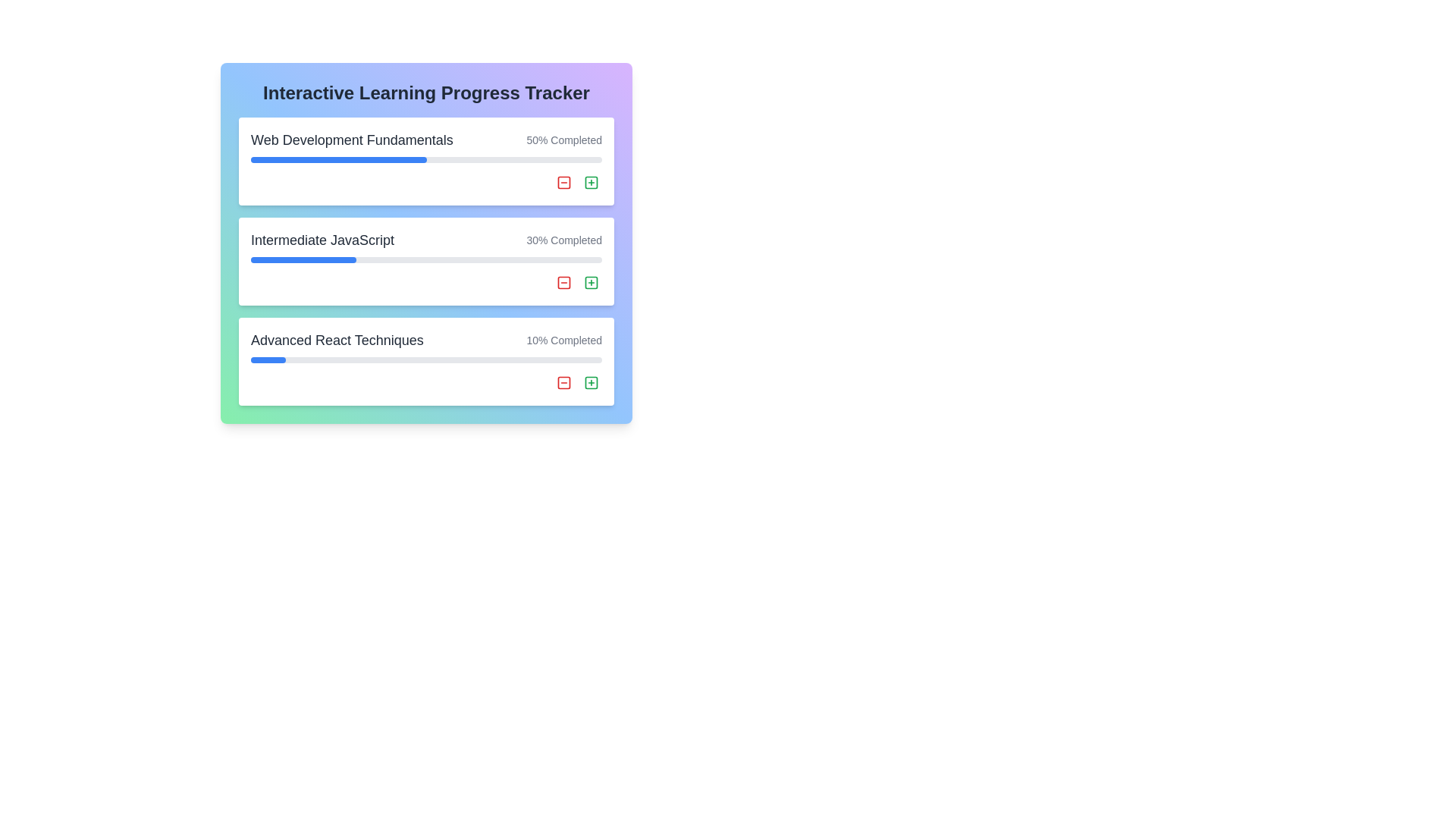 Image resolution: width=1456 pixels, height=819 pixels. What do you see at coordinates (563, 181) in the screenshot?
I see `the 'Remove' or 'Delete' button located in the 'Advanced React Techniques' section` at bounding box center [563, 181].